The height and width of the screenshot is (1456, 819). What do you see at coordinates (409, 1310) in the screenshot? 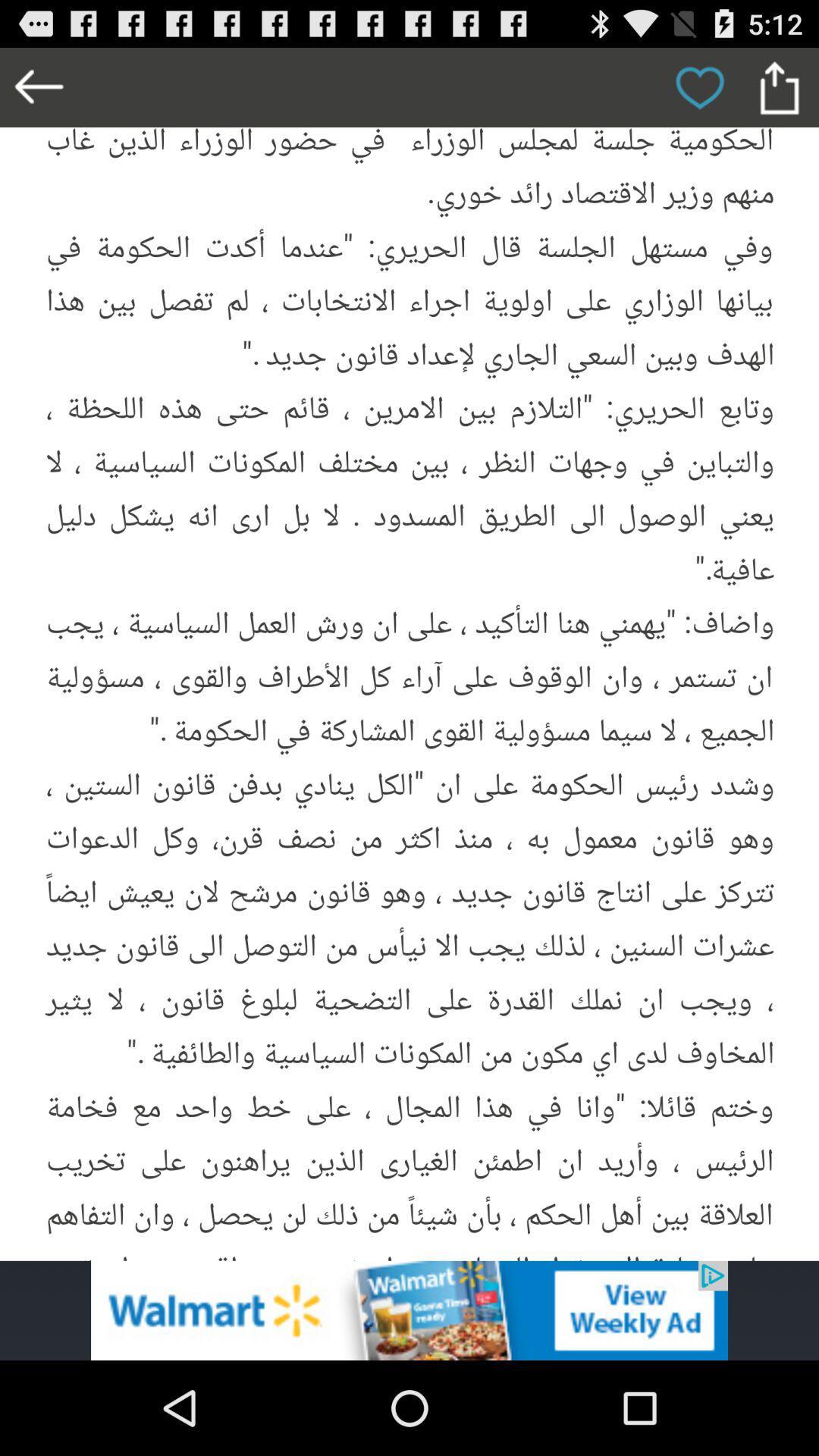
I see `advertisement link` at bounding box center [409, 1310].